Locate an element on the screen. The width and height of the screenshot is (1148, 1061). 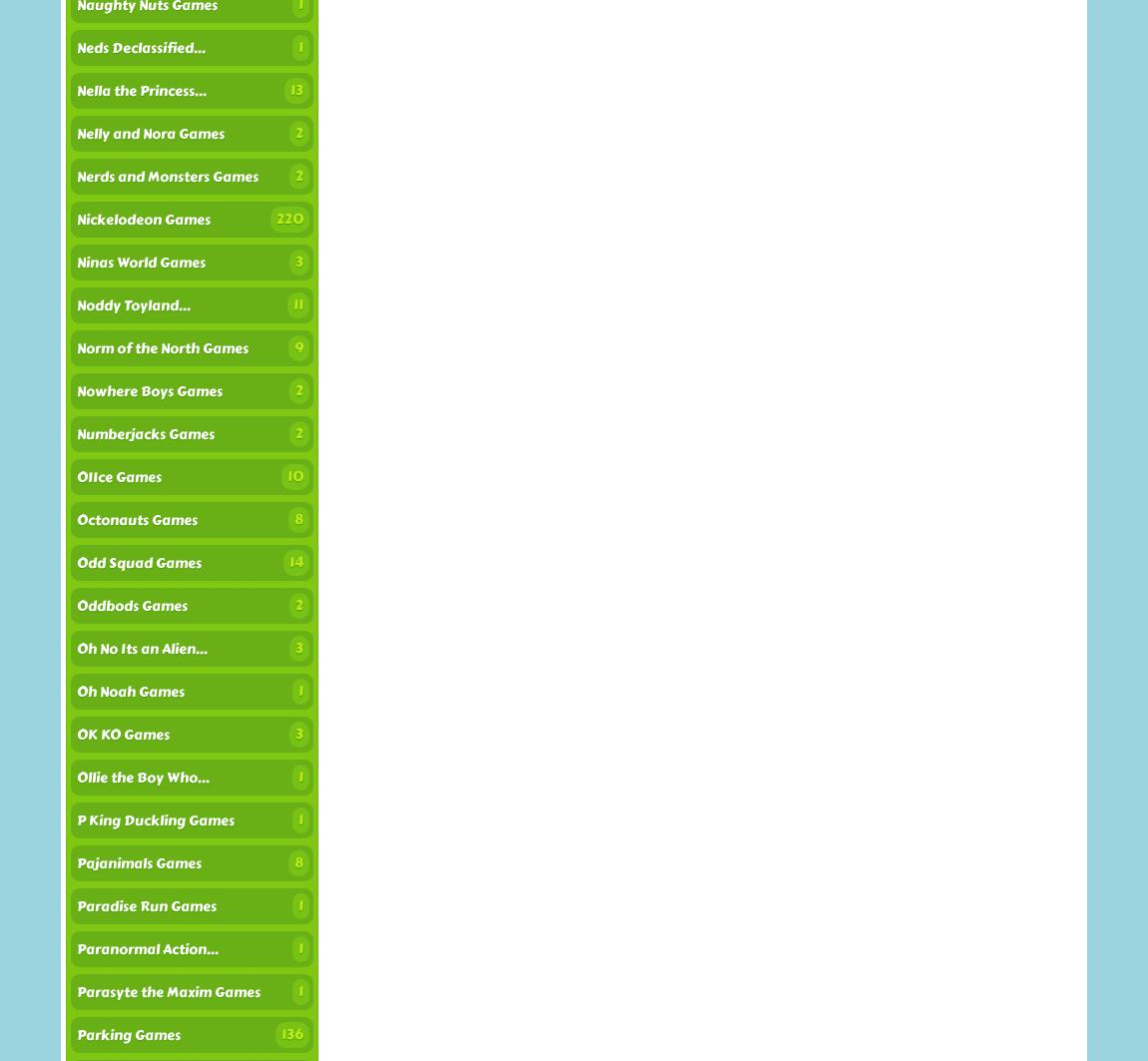
'Nella the Princess...' is located at coordinates (141, 91).